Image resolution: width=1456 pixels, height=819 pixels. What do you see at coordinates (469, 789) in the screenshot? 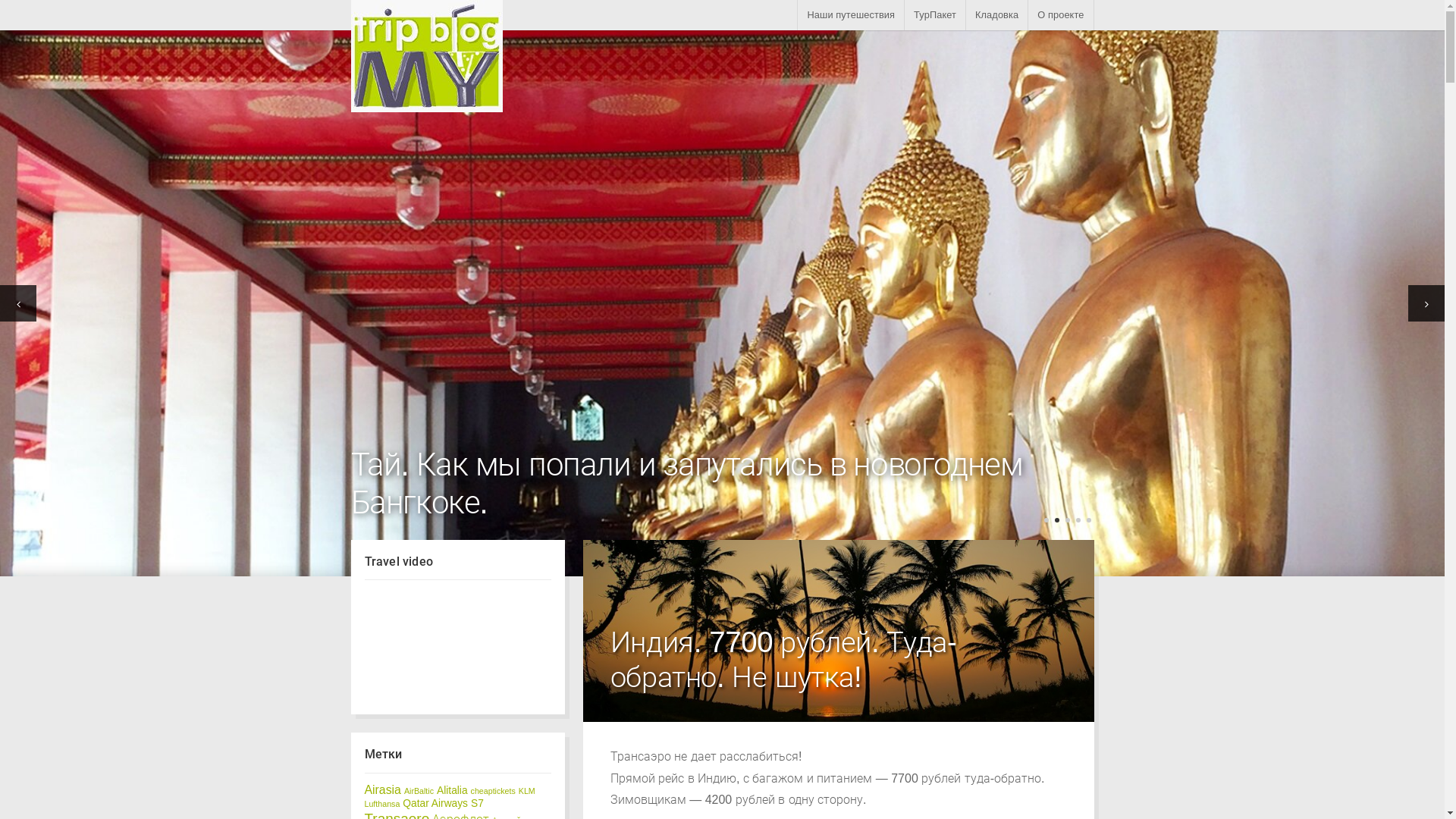
I see `'cheaptickets'` at bounding box center [469, 789].